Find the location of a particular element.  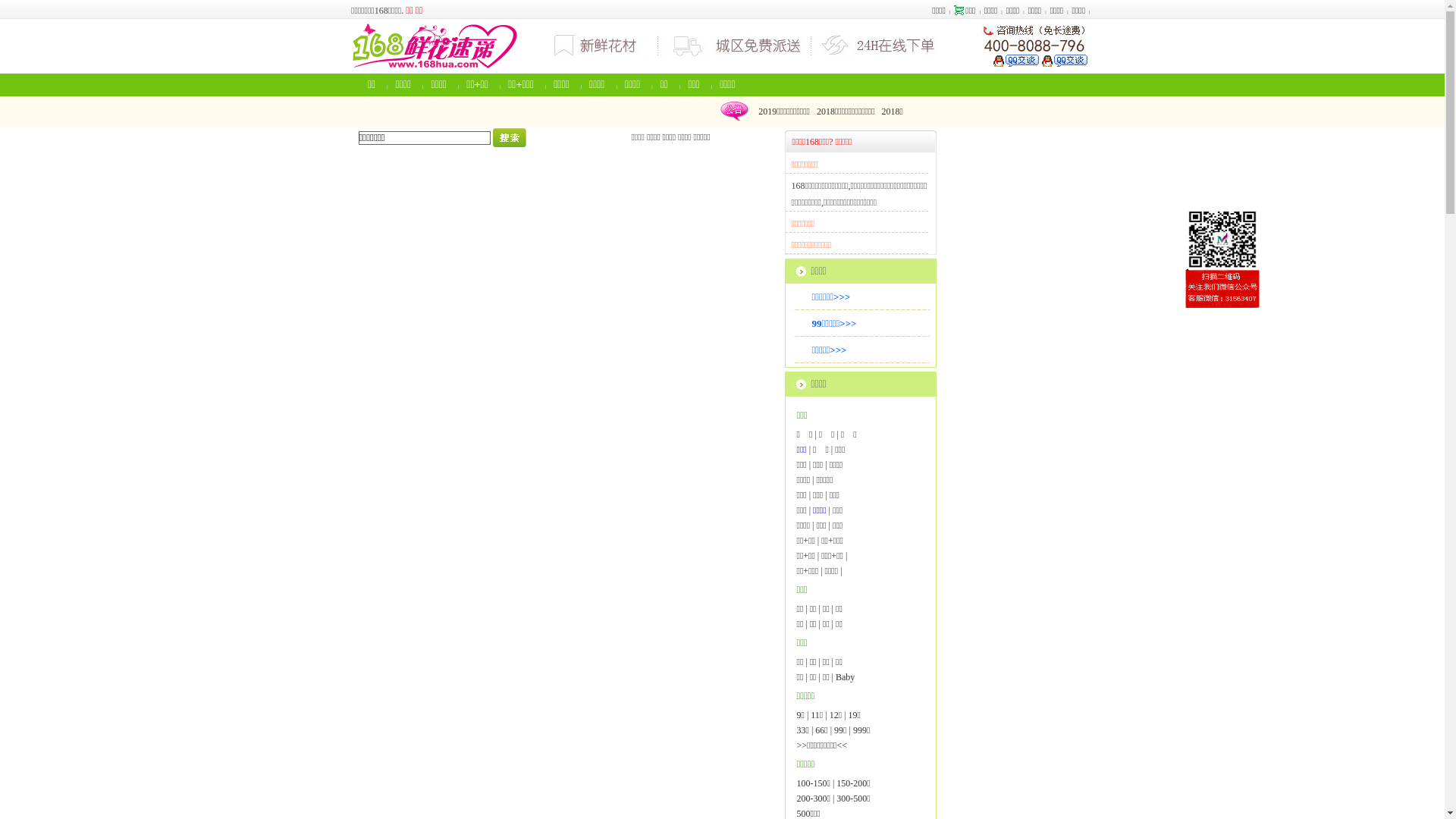

'Baby' is located at coordinates (835, 676).